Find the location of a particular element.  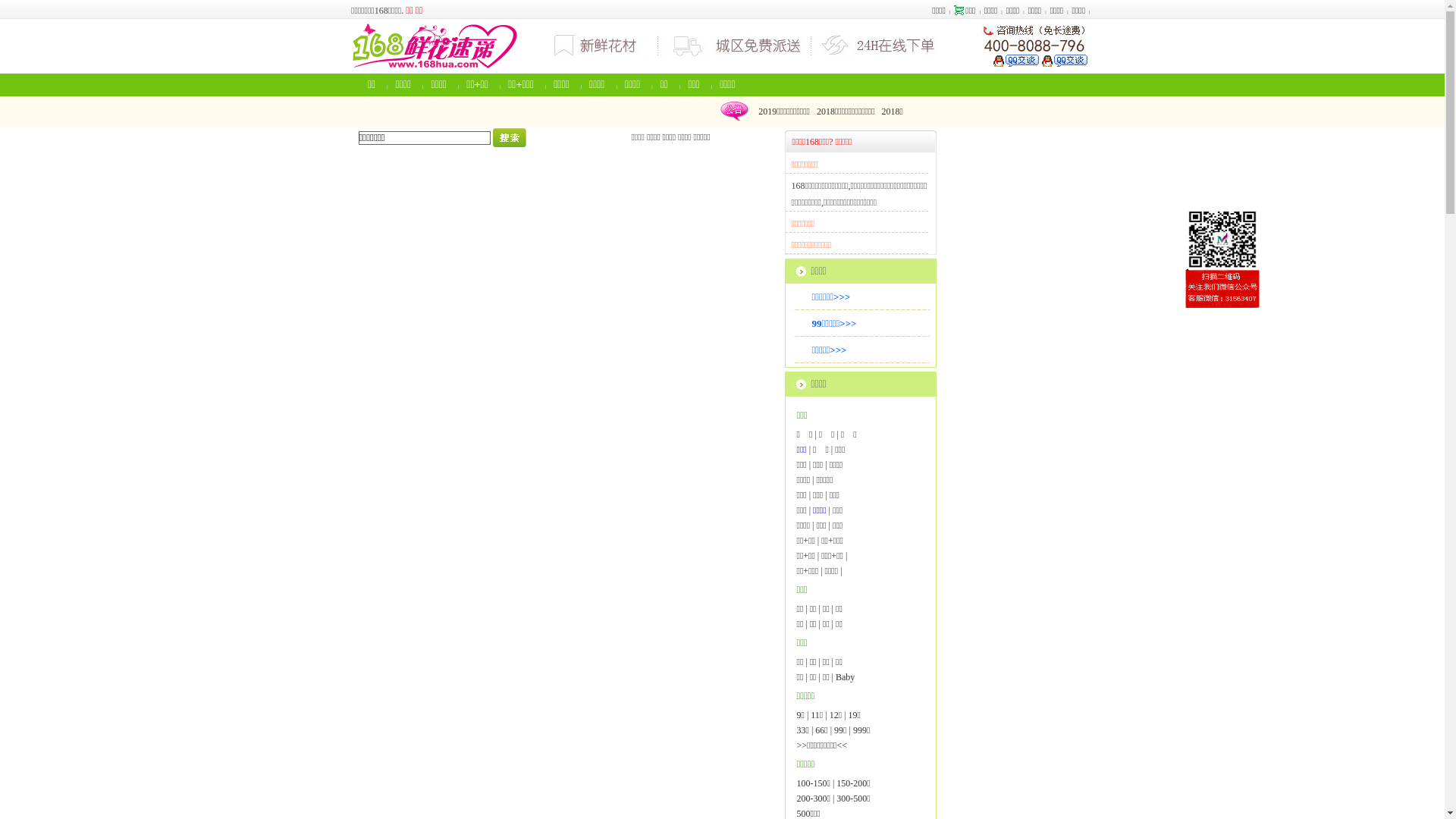

'Baby' is located at coordinates (835, 676).